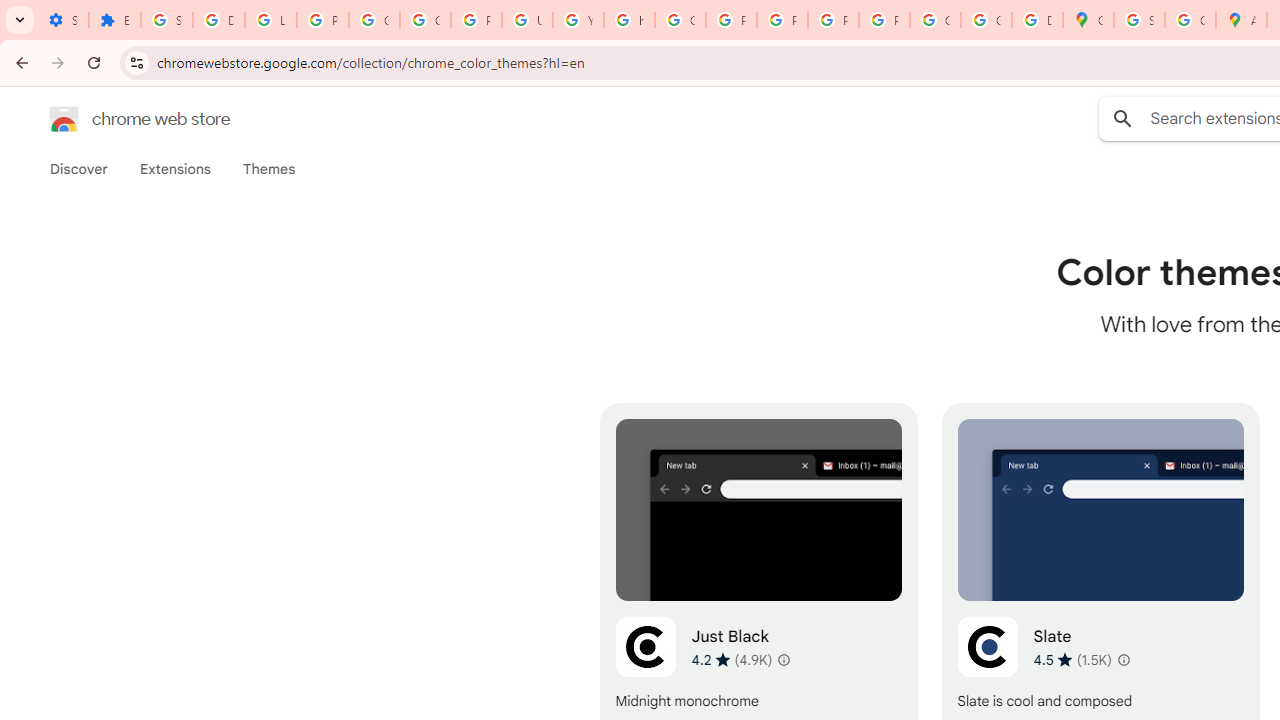 The width and height of the screenshot is (1280, 720). I want to click on 'Average rating 4.2 out of 5 stars. 4.9K ratings.', so click(731, 659).